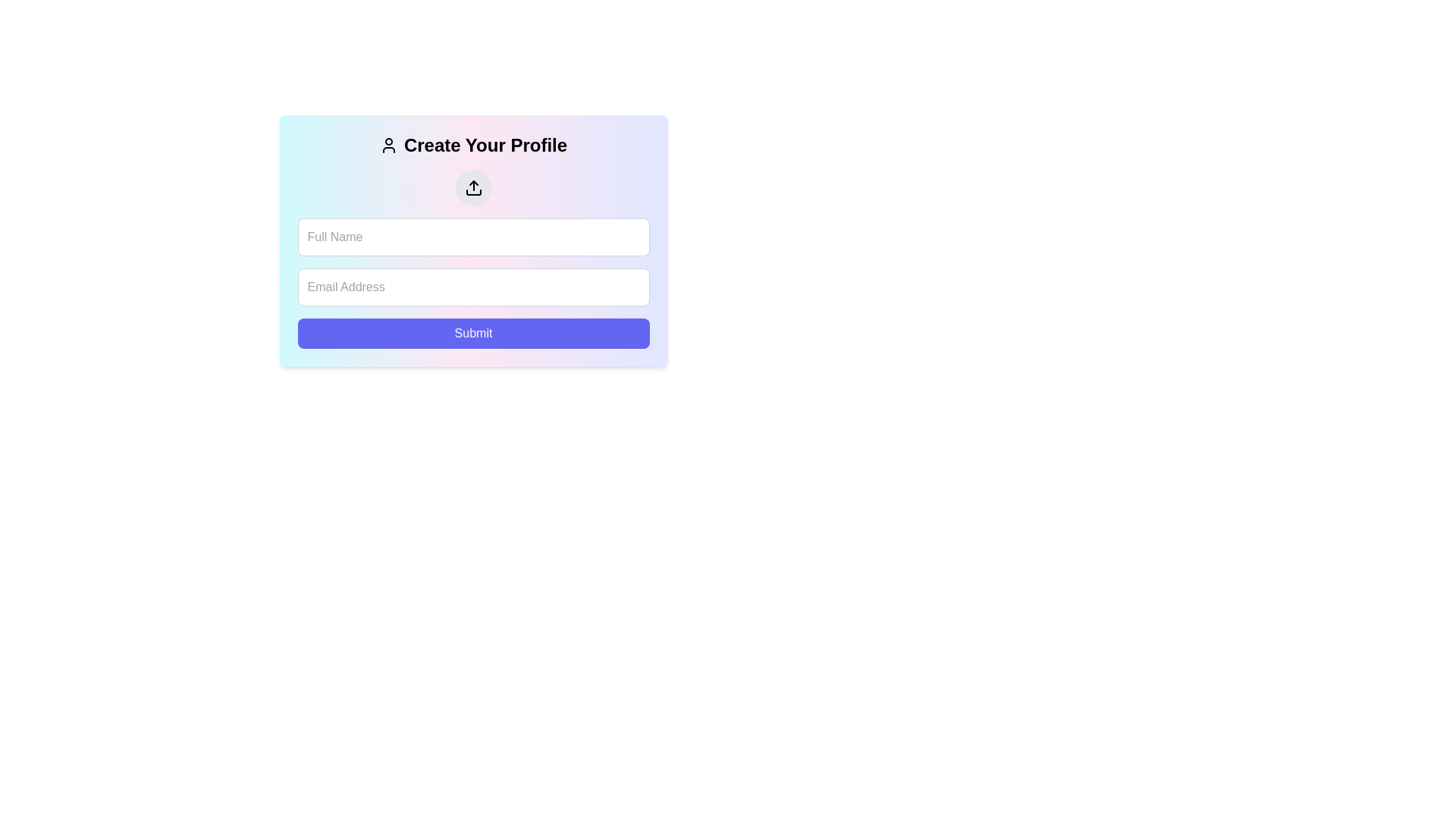  I want to click on the user profile icon located left-aligned within the header text 'Create Your Profile' when it becomes interactive, so click(388, 146).